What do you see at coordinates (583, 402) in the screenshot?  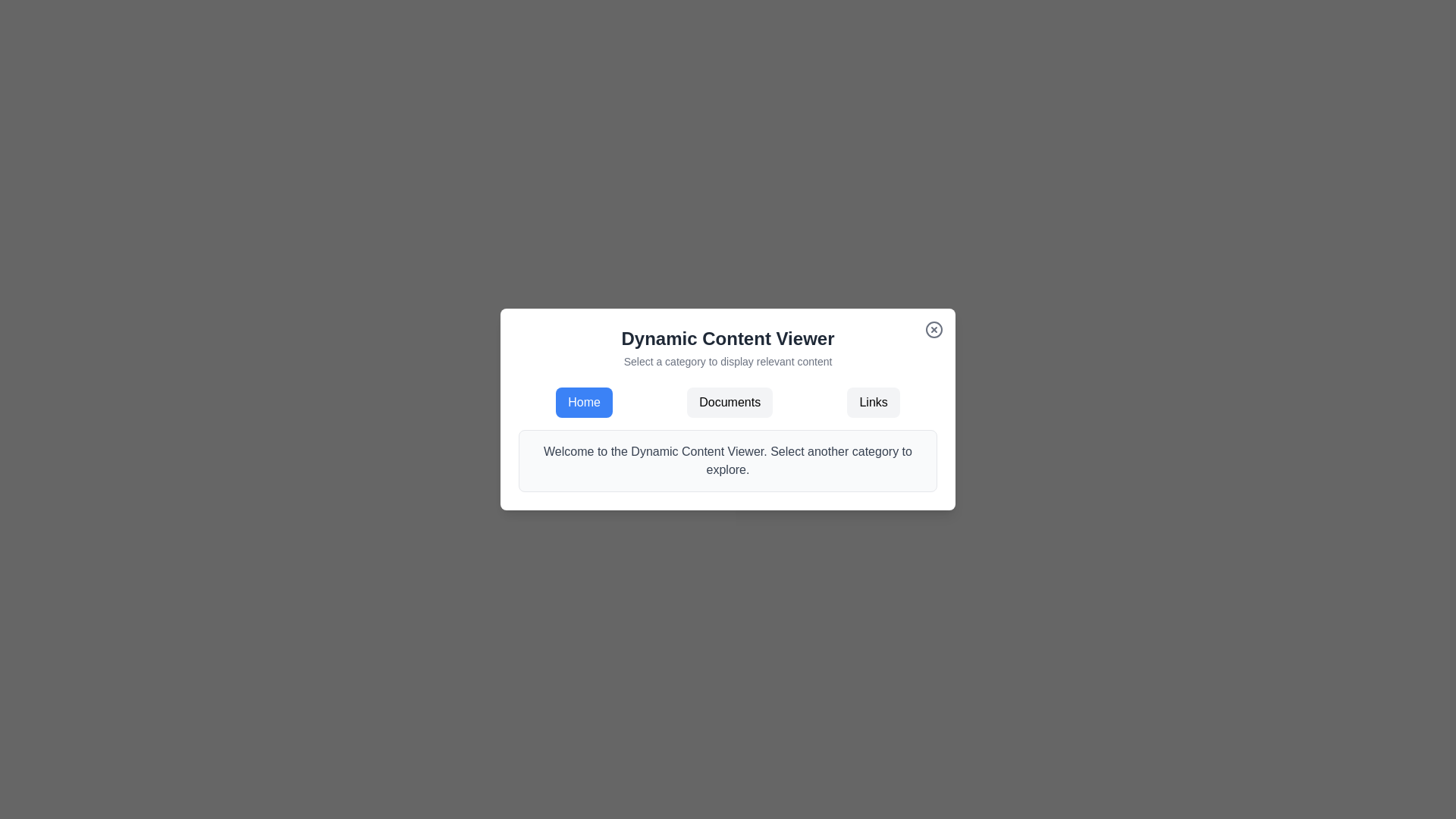 I see `the 'Home' button, which is a rectangular button with rounded corners and a blue background` at bounding box center [583, 402].